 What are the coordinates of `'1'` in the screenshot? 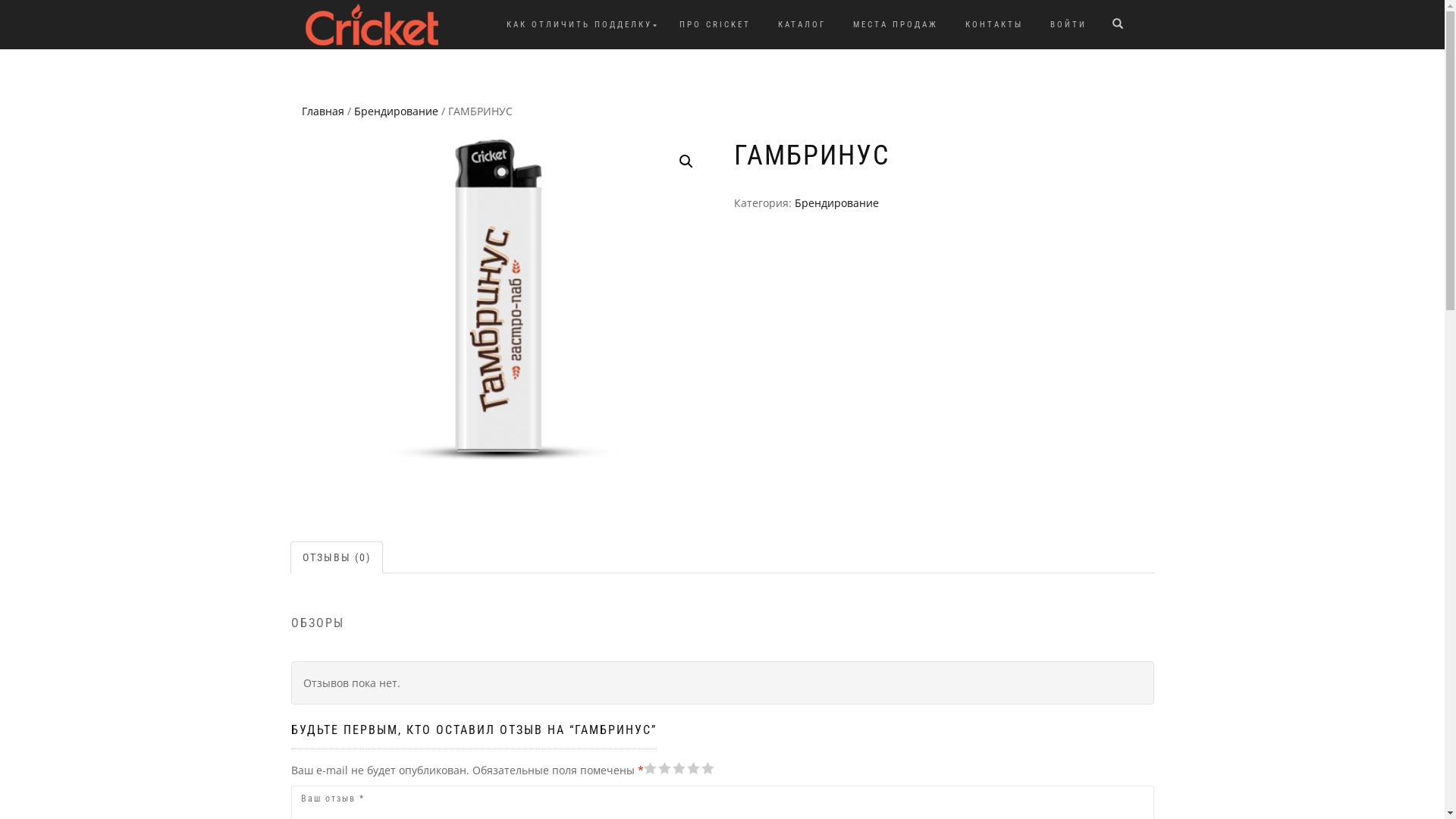 It's located at (643, 768).